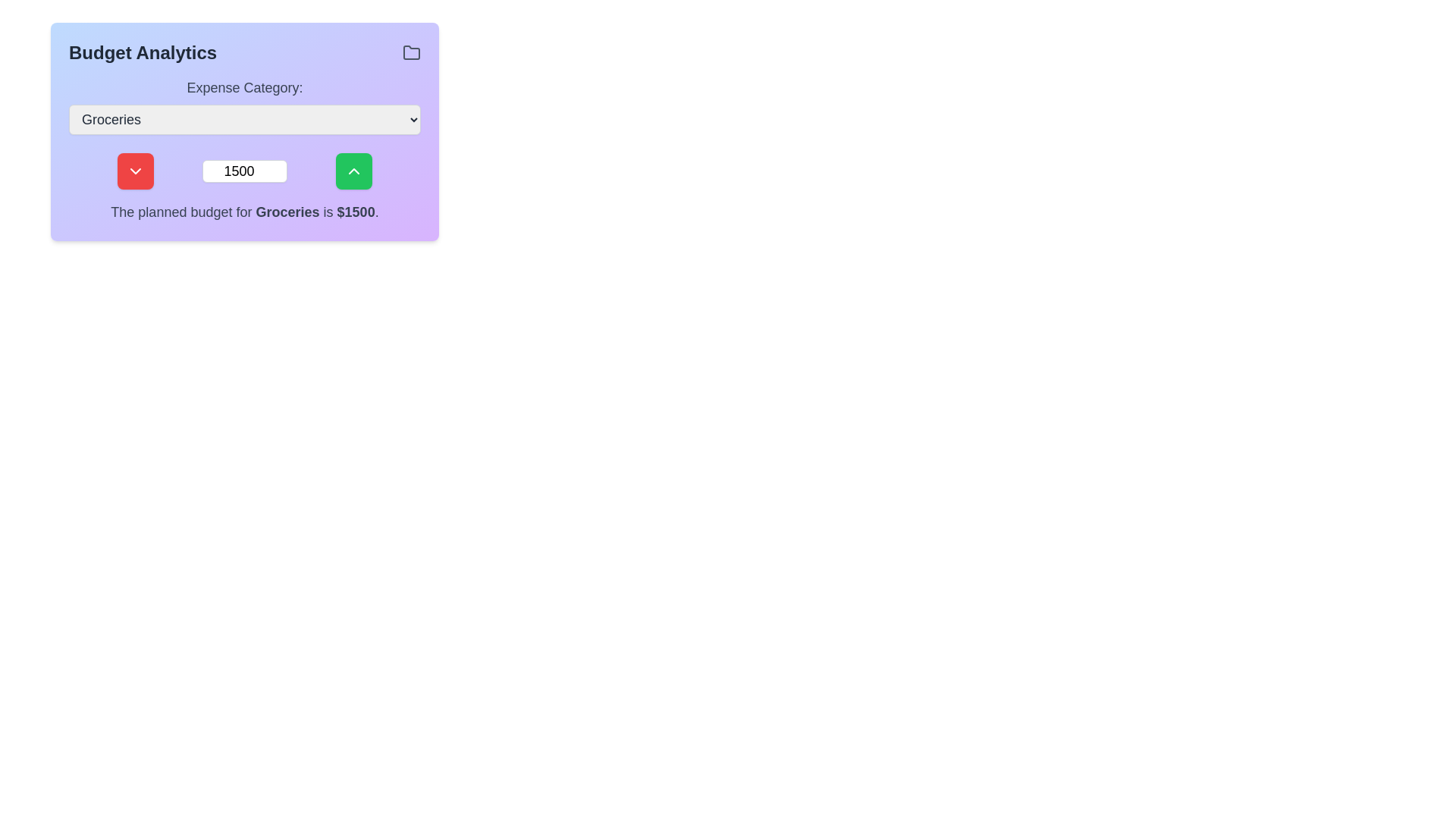 Image resolution: width=1456 pixels, height=819 pixels. What do you see at coordinates (244, 212) in the screenshot?
I see `the text label that displays 'The planned budget for Groceries is $1500.' which is styled with a medium-large font and gray color, located in the bottom part of the 'Budget Analytics' card section` at bounding box center [244, 212].